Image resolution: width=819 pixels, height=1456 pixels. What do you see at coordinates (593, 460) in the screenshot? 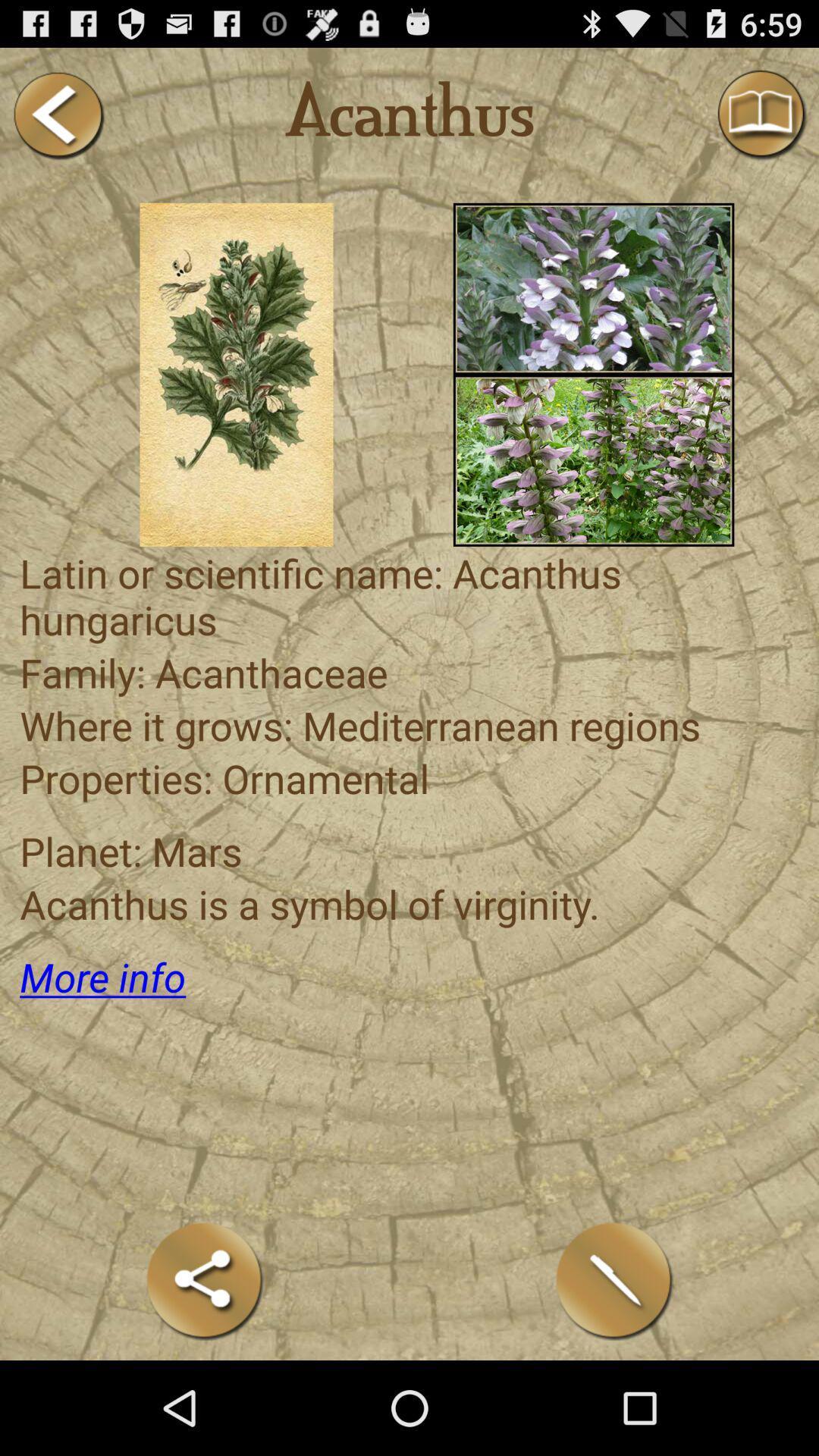
I see `picture` at bounding box center [593, 460].